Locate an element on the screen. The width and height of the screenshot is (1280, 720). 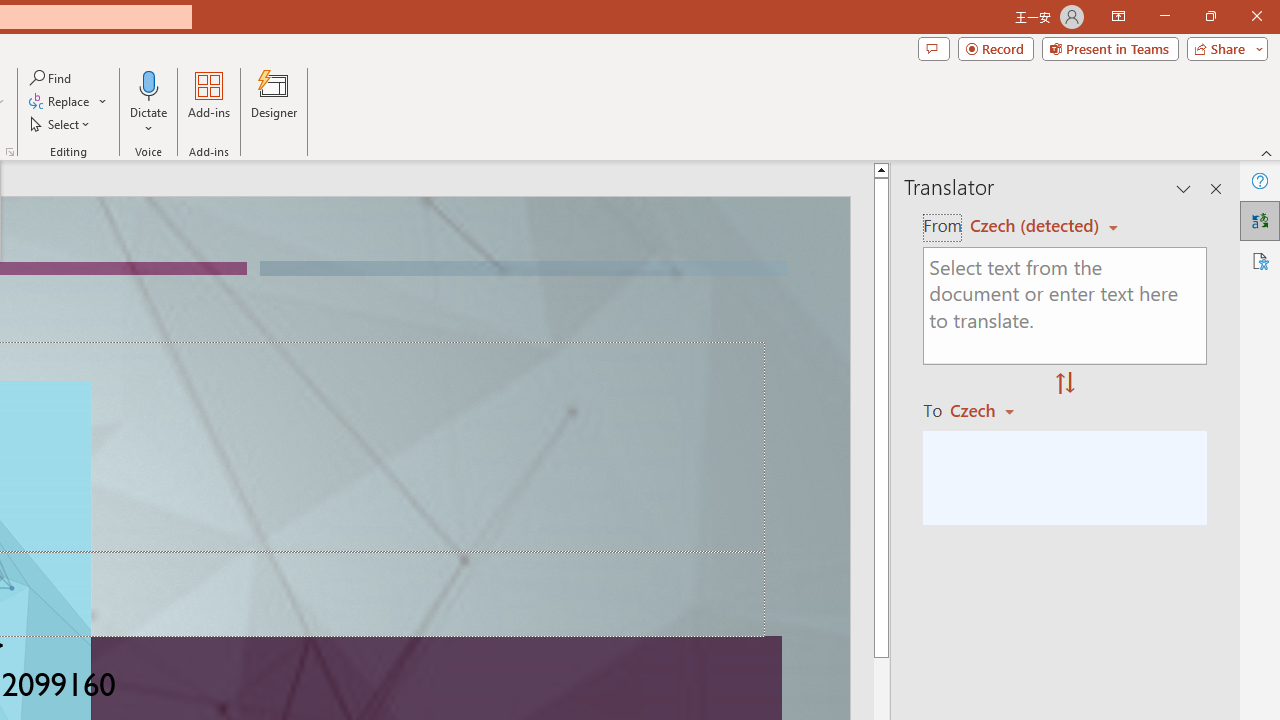
'Czech' is located at coordinates (991, 409).